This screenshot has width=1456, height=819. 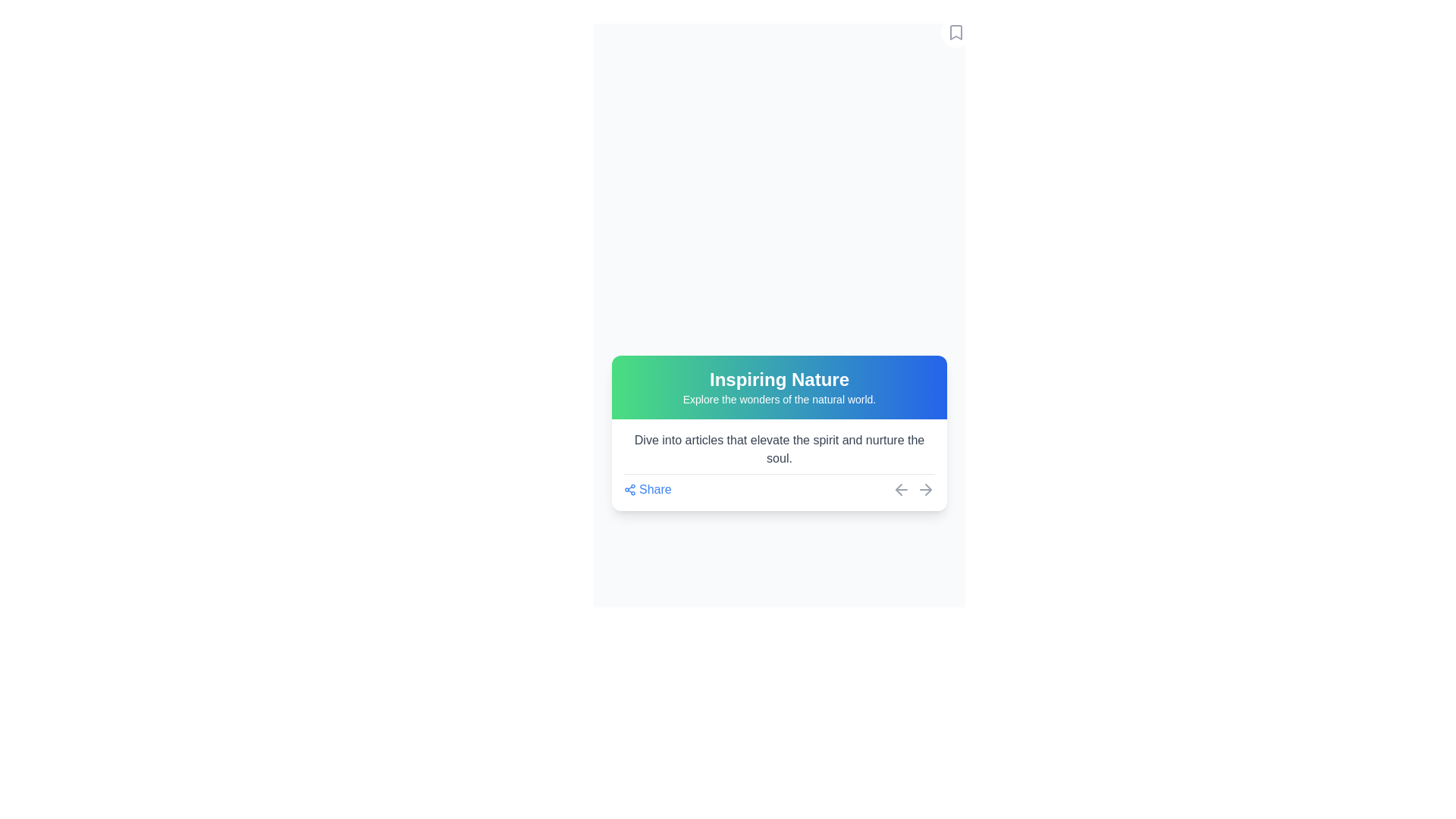 I want to click on the inspirational content text block that displays a descriptive message, located below the 'Inspiring Nature' header and above the interactive buttons, so click(x=779, y=464).